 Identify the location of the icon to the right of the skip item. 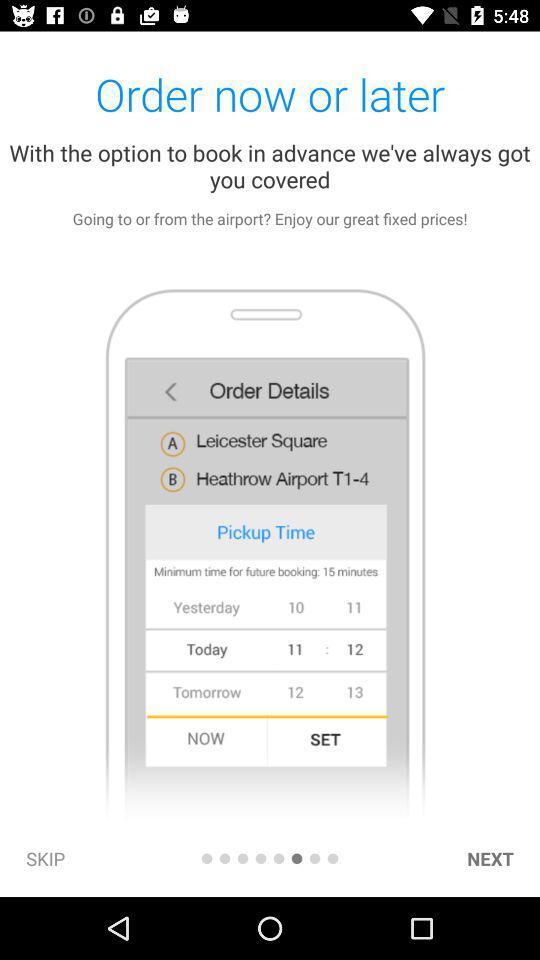
(205, 857).